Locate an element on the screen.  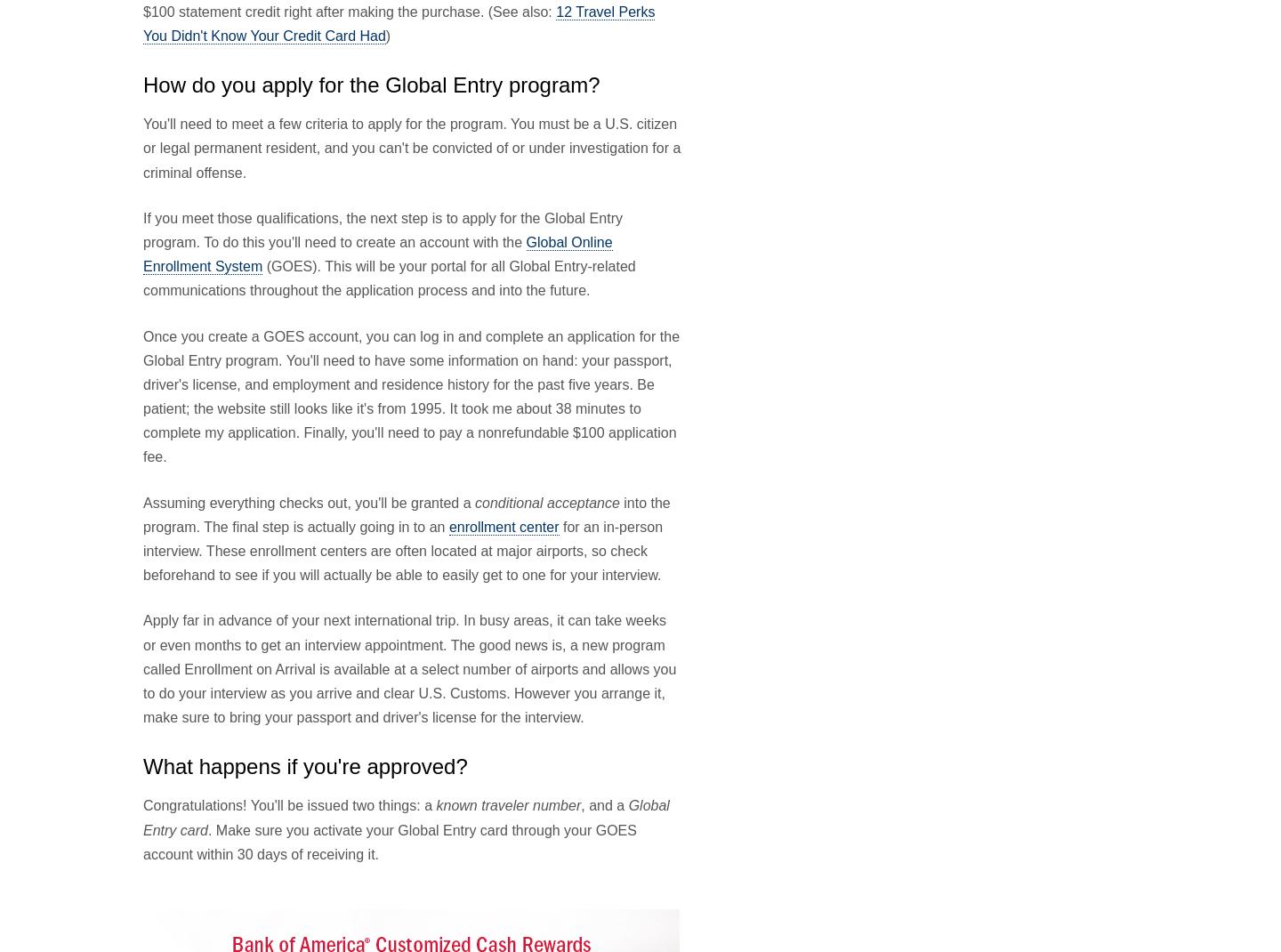
'Once you create a GOES account, you can log in and complete an application for the Global Entry program. You'll need to have some information on hand: your passport, driver's license, and employment and residence history for the past five years. Be patient; the website still looks like it's from 1995. It took me about 38 minutes to complete my application. Finally, you'll need to pay a nonrefundable $100 application fee.' is located at coordinates (411, 395).